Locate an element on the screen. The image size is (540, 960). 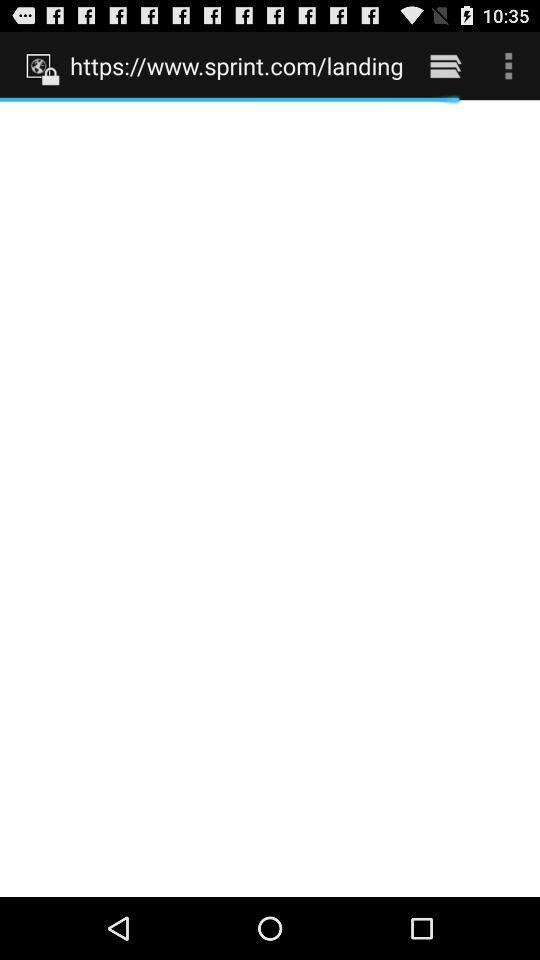
icon at the center is located at coordinates (270, 497).